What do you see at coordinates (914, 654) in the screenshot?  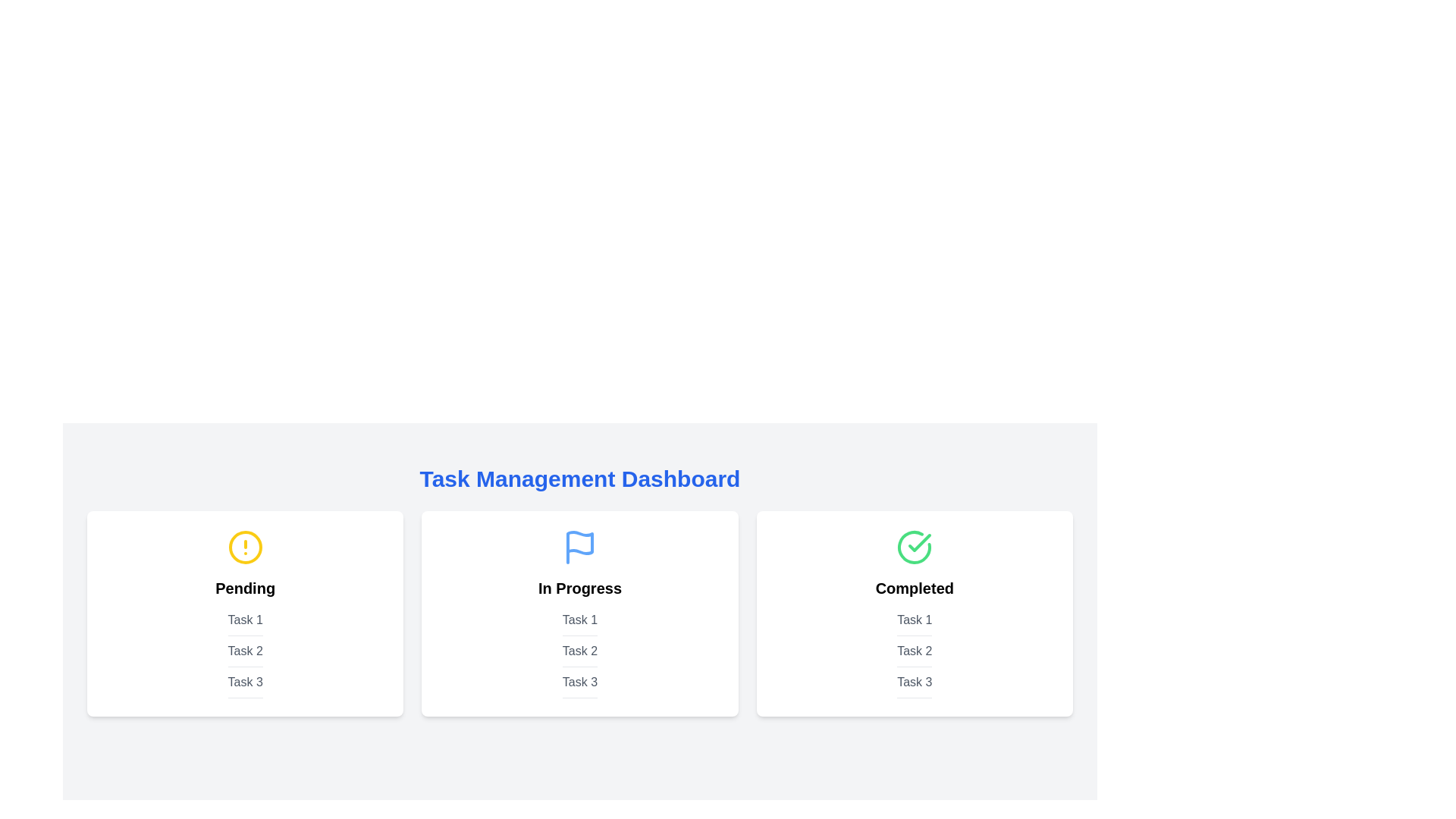 I see `the 'Task 2' label within the 'Completed' category` at bounding box center [914, 654].